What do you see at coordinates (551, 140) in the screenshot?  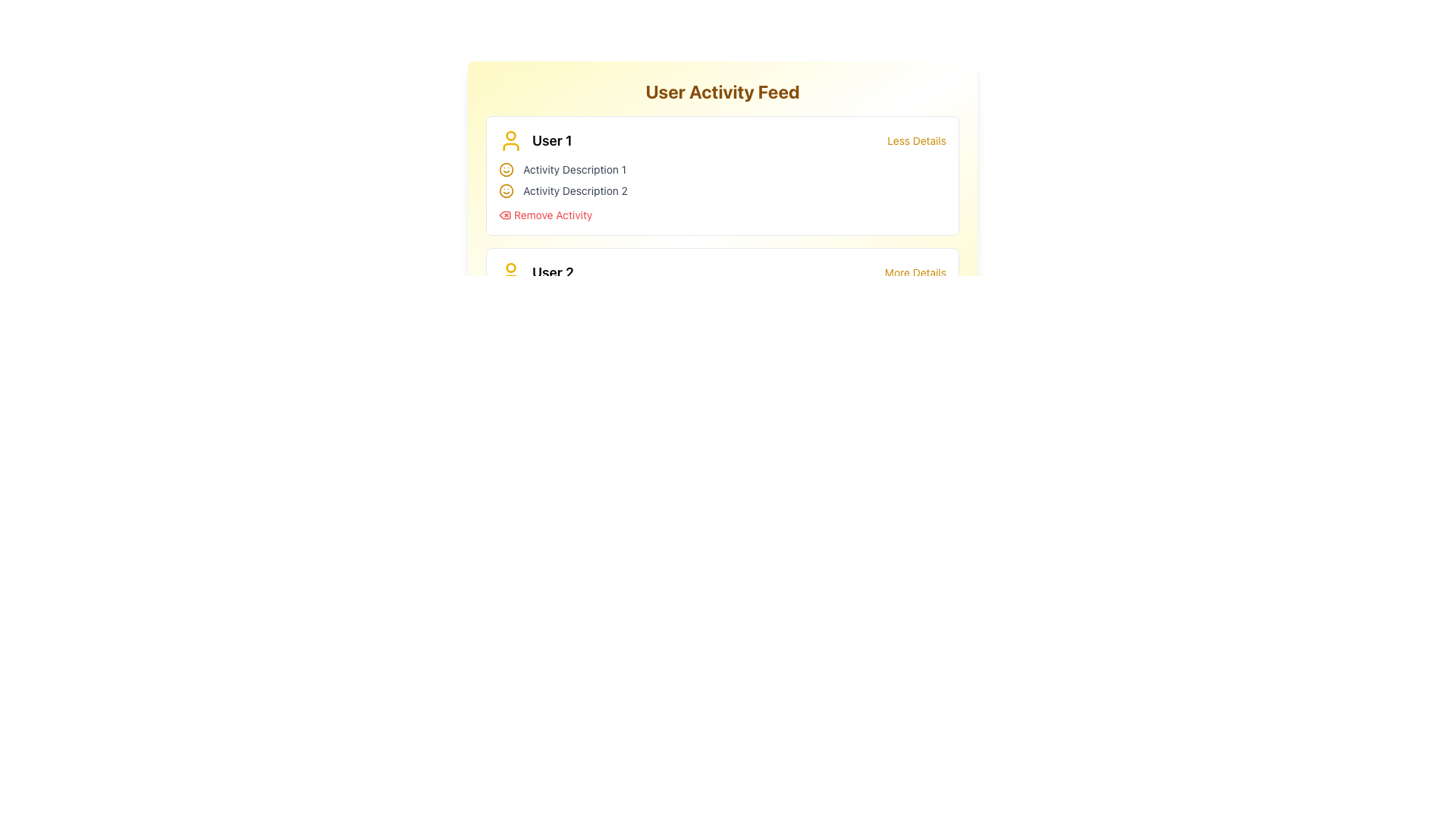 I see `the displayed name on the user profile text label located under the 'User Activity Feed' header, positioned to the right of the user profile icon` at bounding box center [551, 140].